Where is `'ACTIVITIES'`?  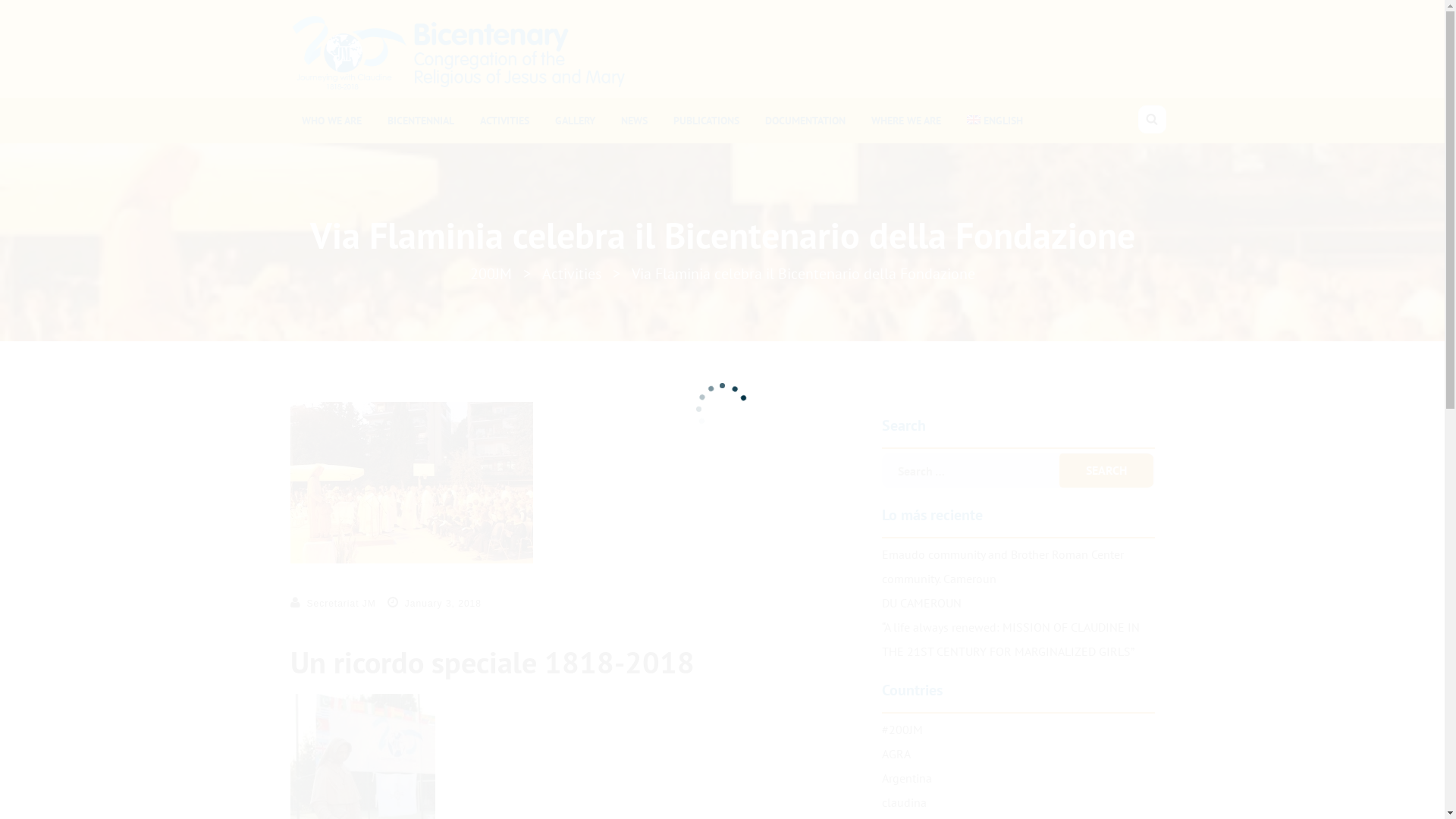
'ACTIVITIES' is located at coordinates (468, 119).